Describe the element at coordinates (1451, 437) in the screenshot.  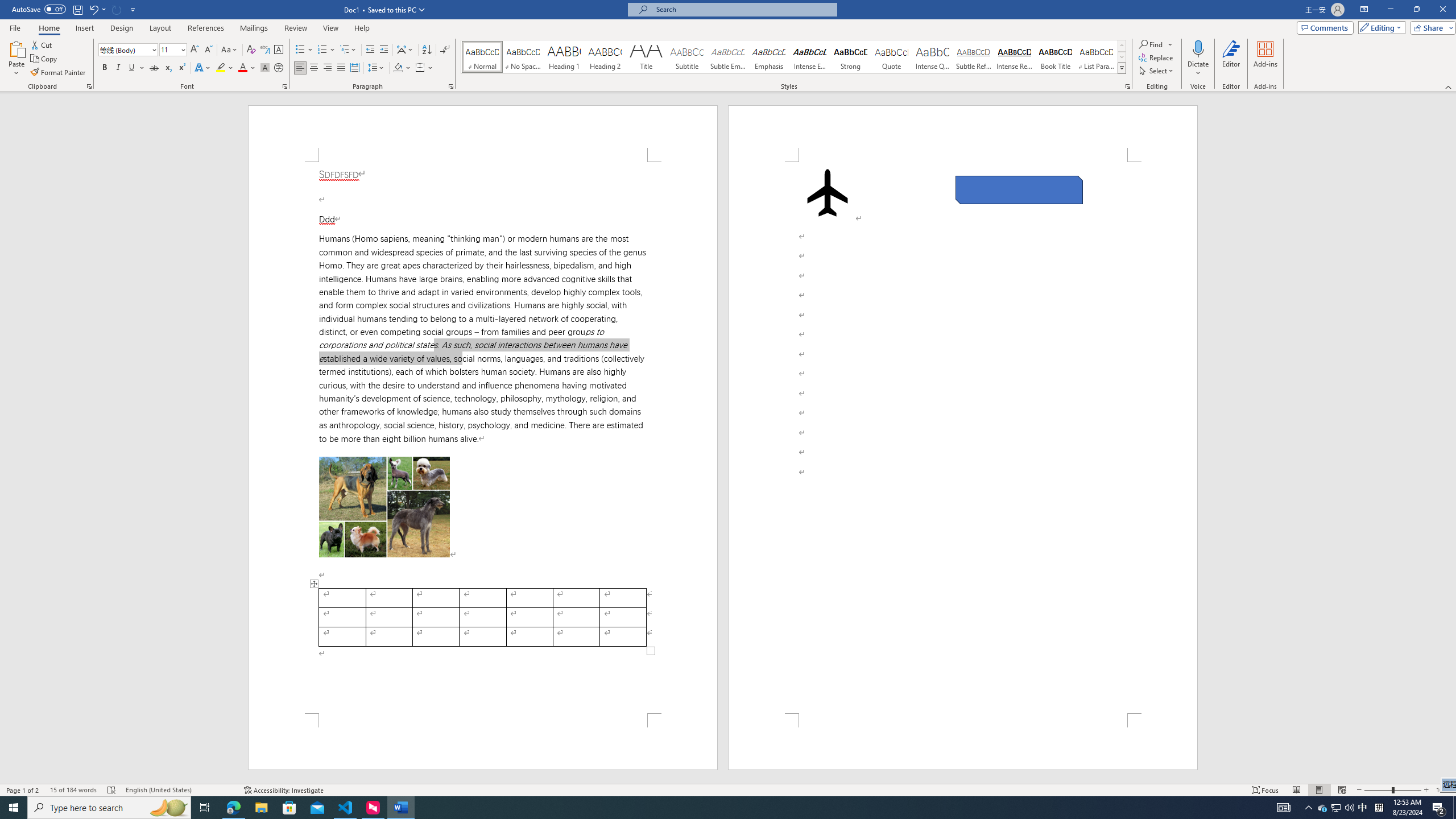
I see `'Class: NetUIScrollBar'` at that location.